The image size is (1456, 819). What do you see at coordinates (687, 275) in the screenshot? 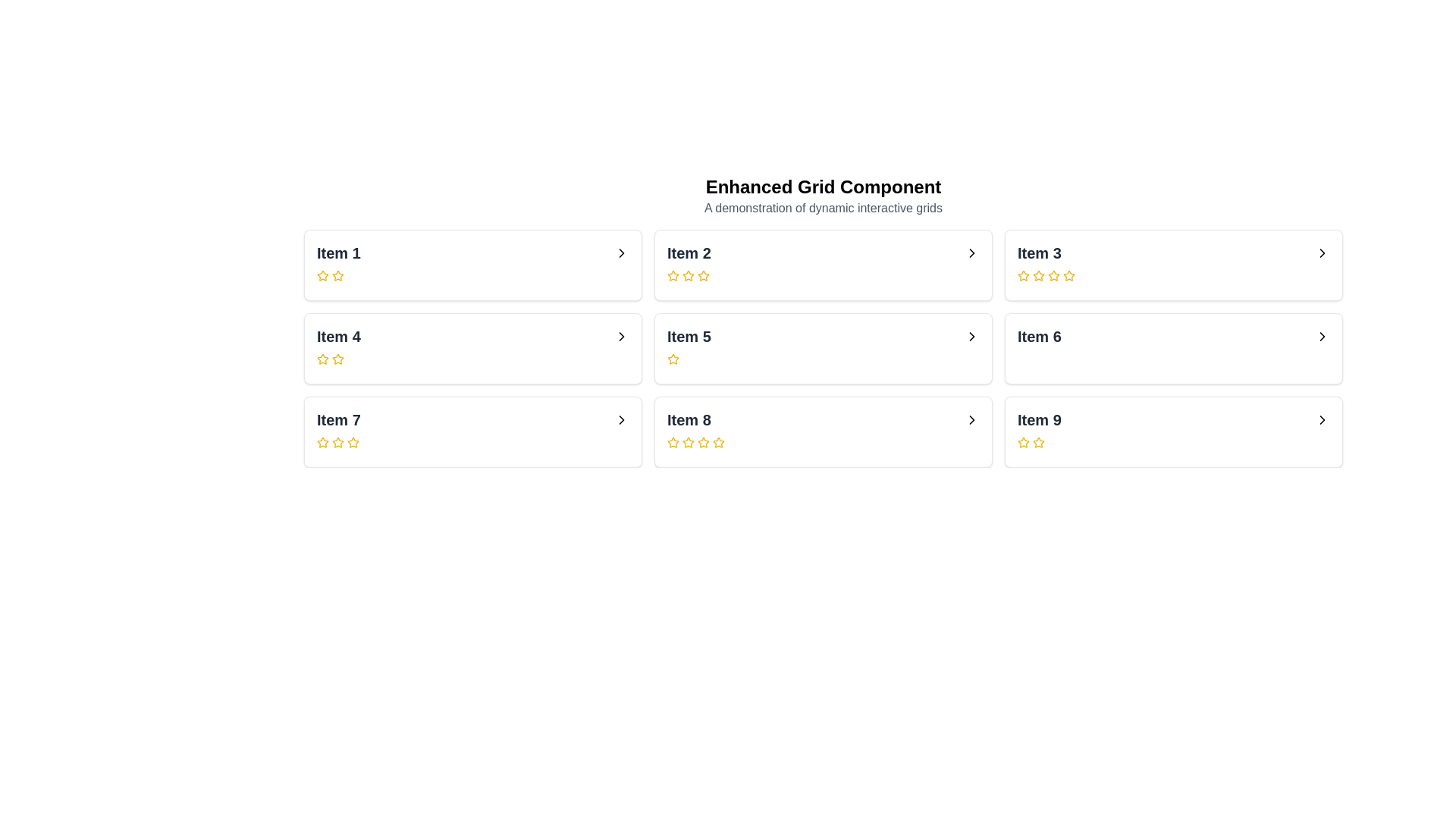
I see `the second star icon, which is a yellow five-pointed star used for rating, located under the text 'Item 2' in the Enhanced Grid Component layout to rate it` at bounding box center [687, 275].